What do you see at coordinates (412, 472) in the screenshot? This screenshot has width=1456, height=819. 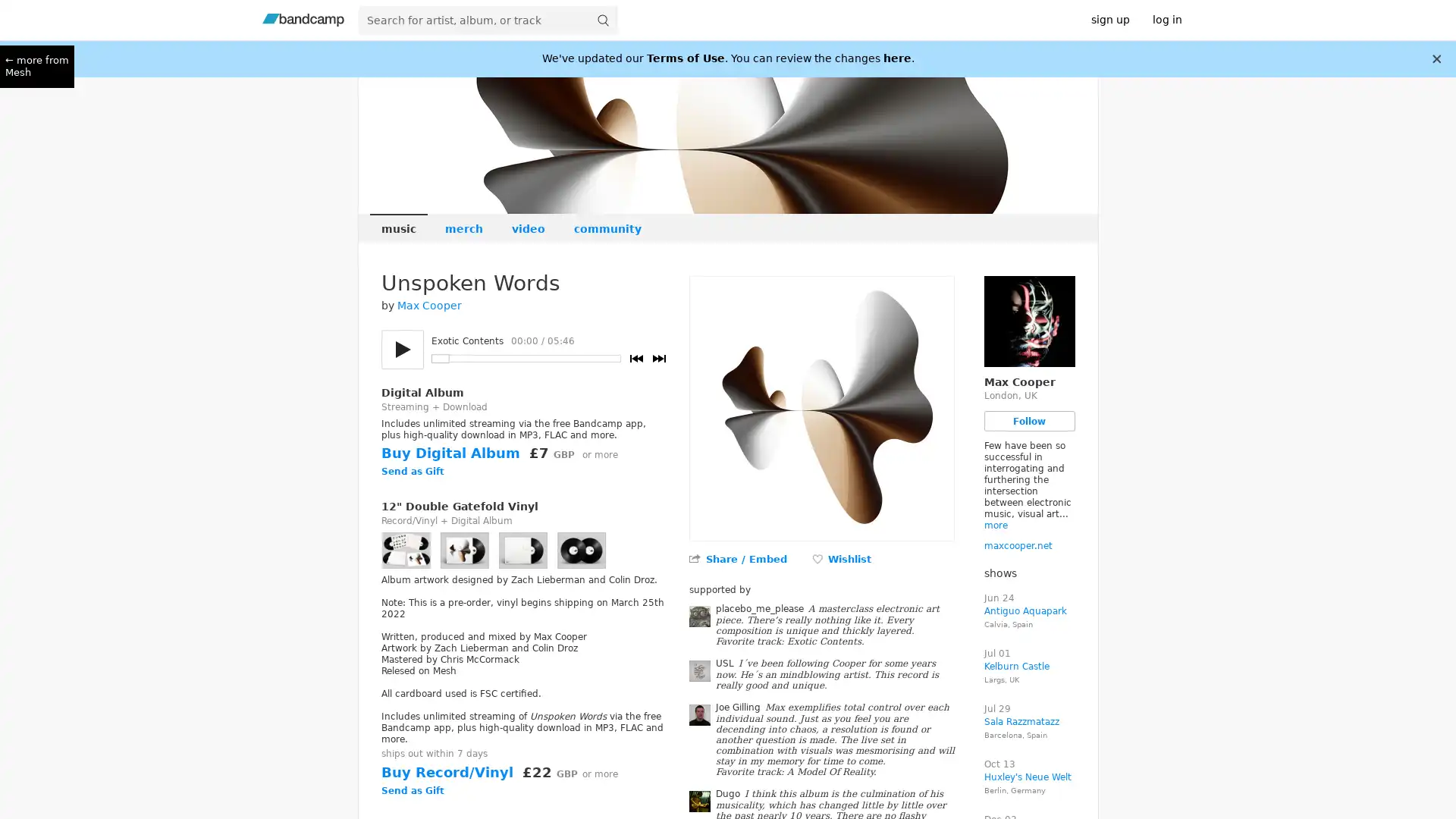 I see `Send as Gift` at bounding box center [412, 472].